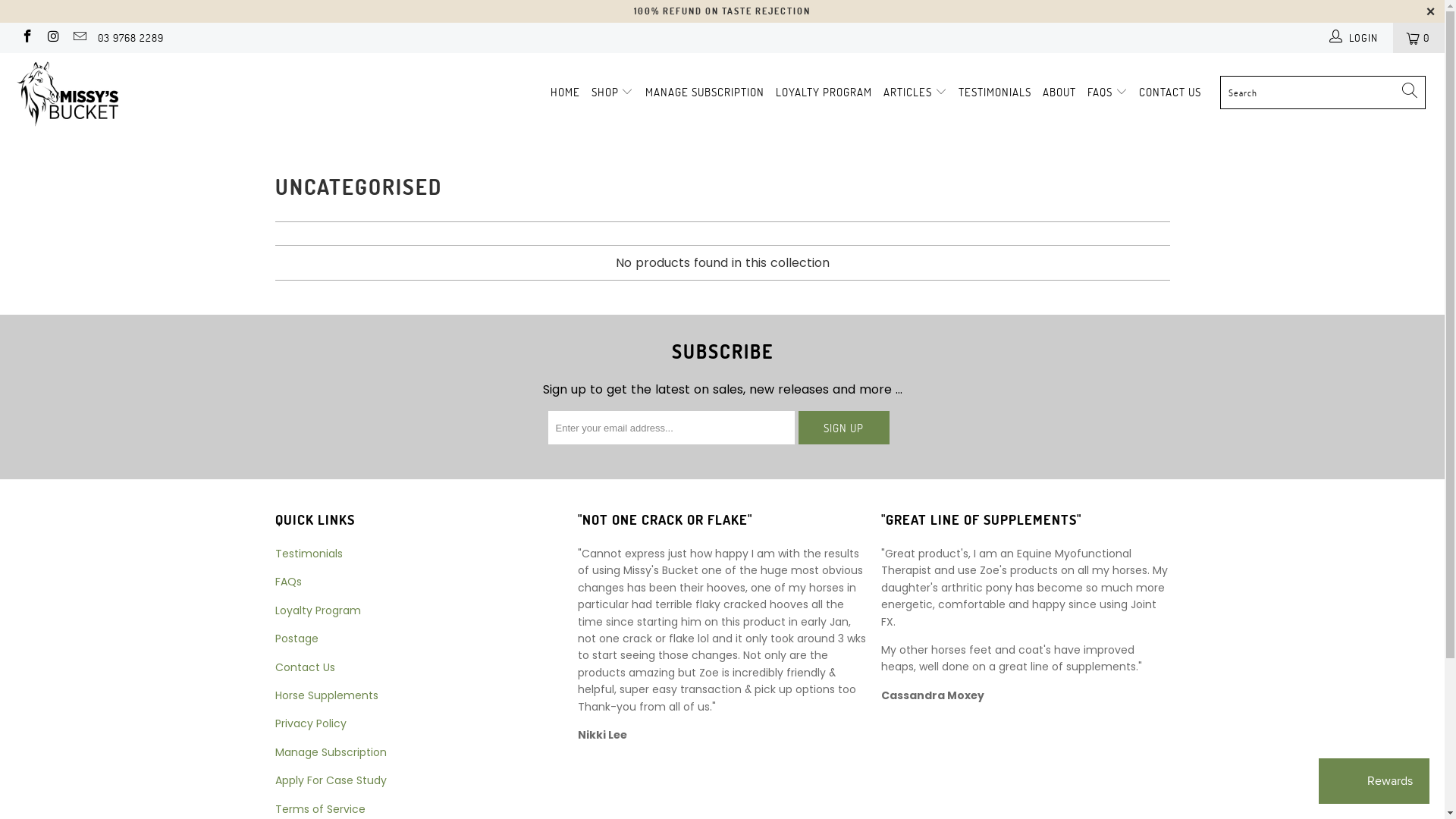  Describe the element at coordinates (45, 37) in the screenshot. I see `'Missy's Bucket on Instagram'` at that location.